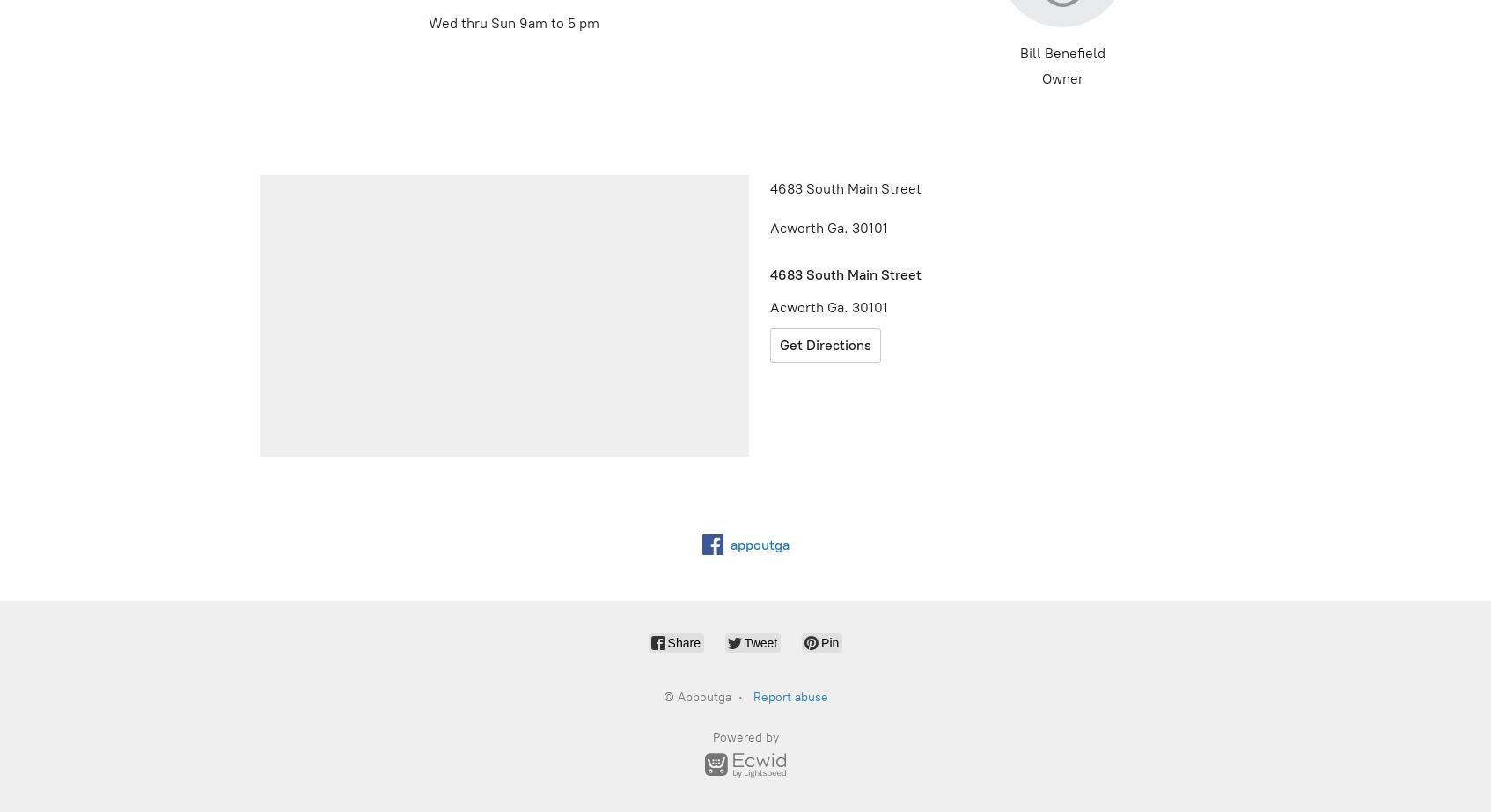 Image resolution: width=1491 pixels, height=812 pixels. Describe the element at coordinates (703, 696) in the screenshot. I see `'Appoutga'` at that location.